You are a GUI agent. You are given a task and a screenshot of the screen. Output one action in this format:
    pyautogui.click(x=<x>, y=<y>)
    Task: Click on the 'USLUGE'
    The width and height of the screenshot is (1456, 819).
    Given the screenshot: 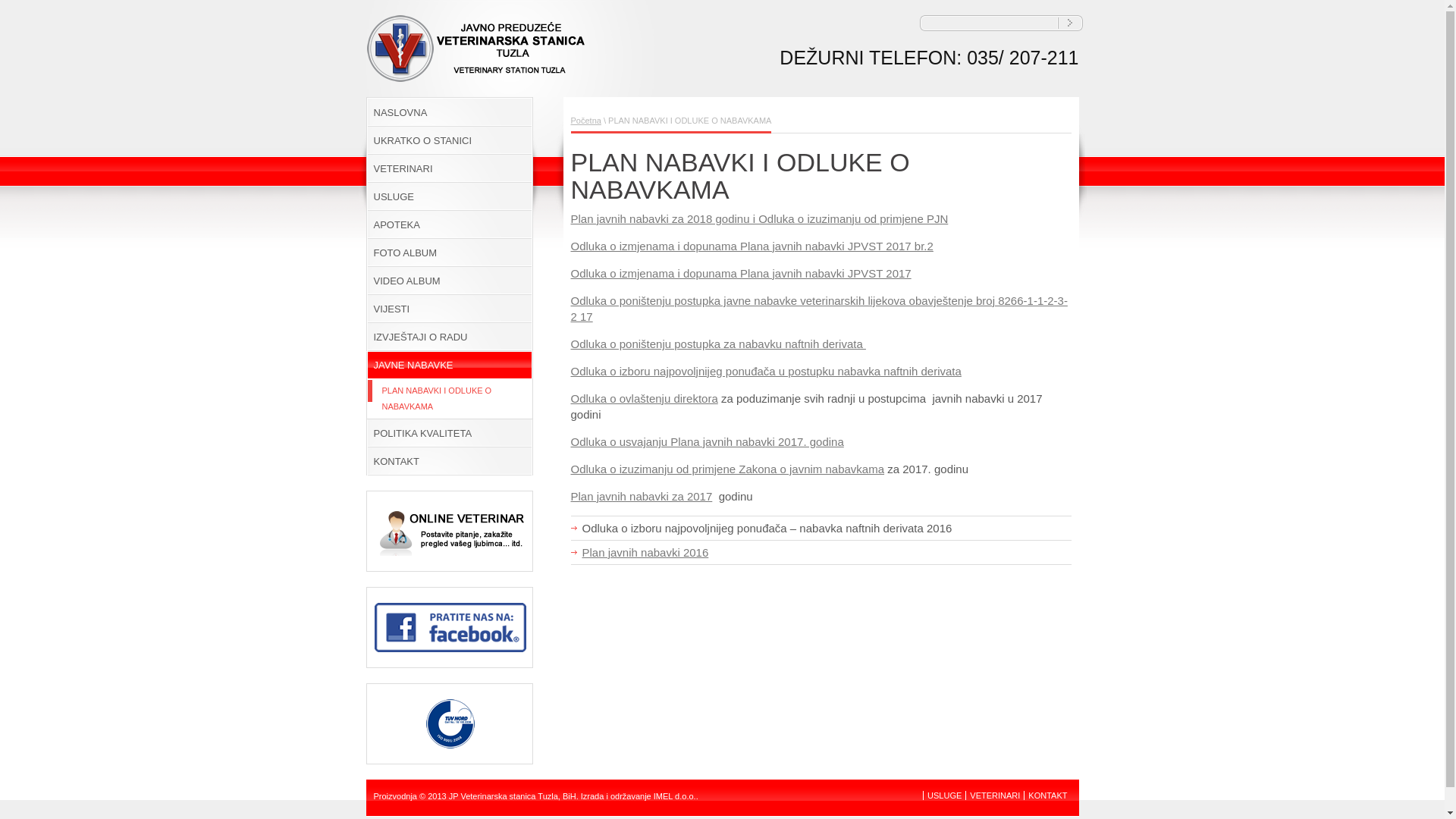 What is the action you would take?
    pyautogui.click(x=943, y=795)
    